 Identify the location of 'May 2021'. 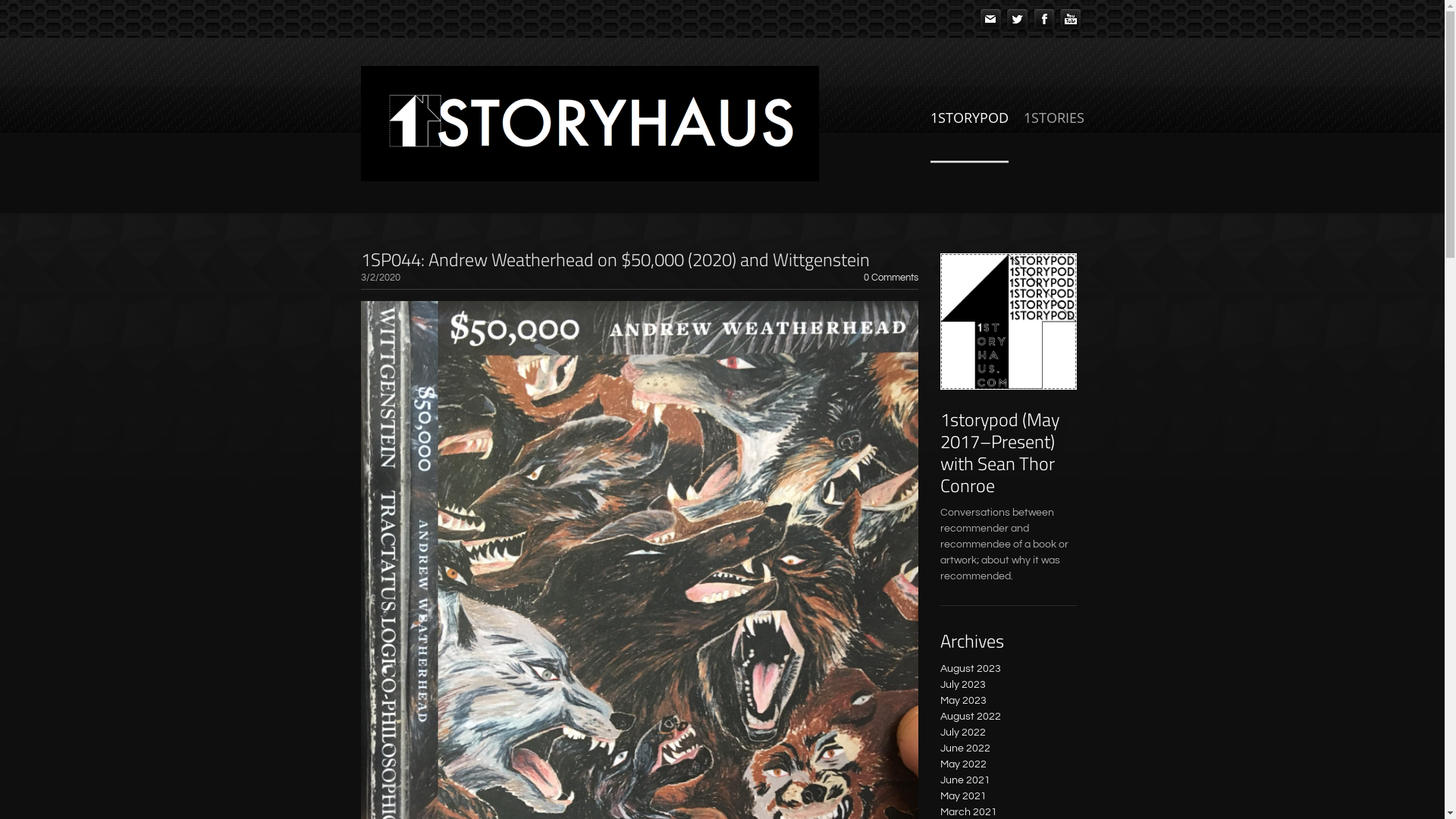
(962, 795).